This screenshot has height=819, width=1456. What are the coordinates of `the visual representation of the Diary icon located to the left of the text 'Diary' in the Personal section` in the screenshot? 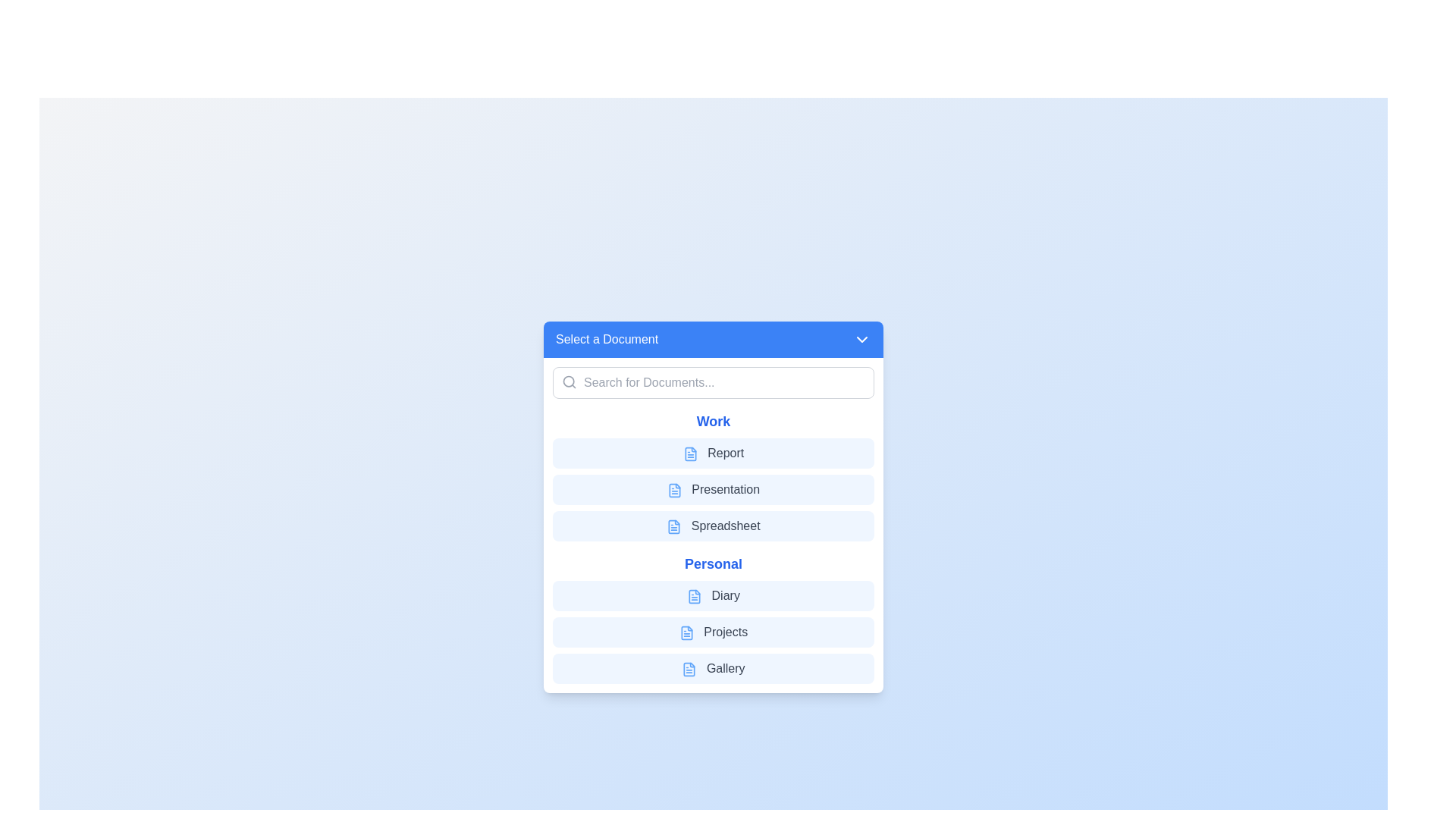 It's located at (694, 595).